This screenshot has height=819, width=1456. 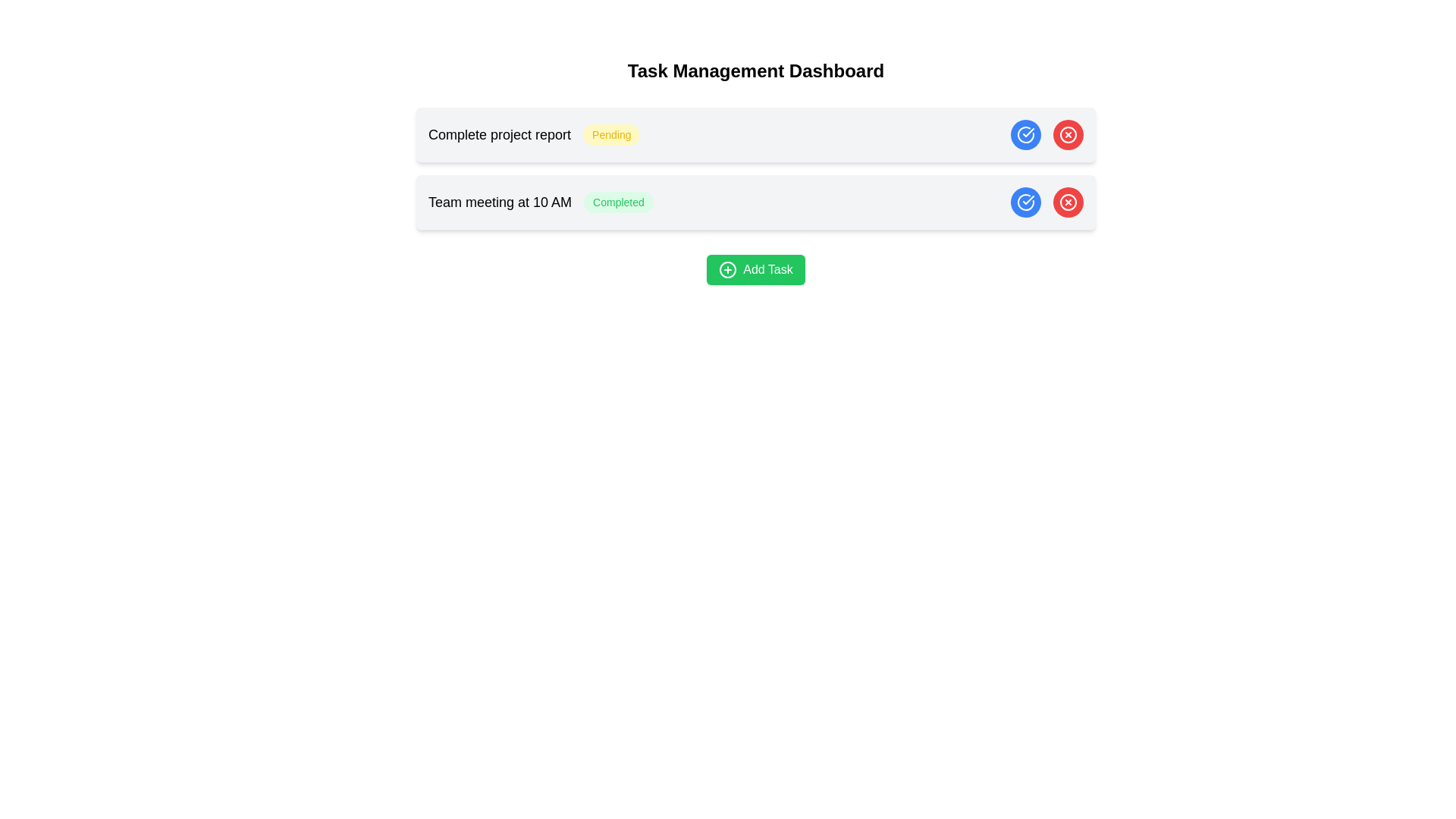 I want to click on the Status label element, which is a rounded rectangular badge with a light green background displaying 'Completed', located to the right of 'Team meeting at 10 AM' in the second row of the task list, so click(x=619, y=201).